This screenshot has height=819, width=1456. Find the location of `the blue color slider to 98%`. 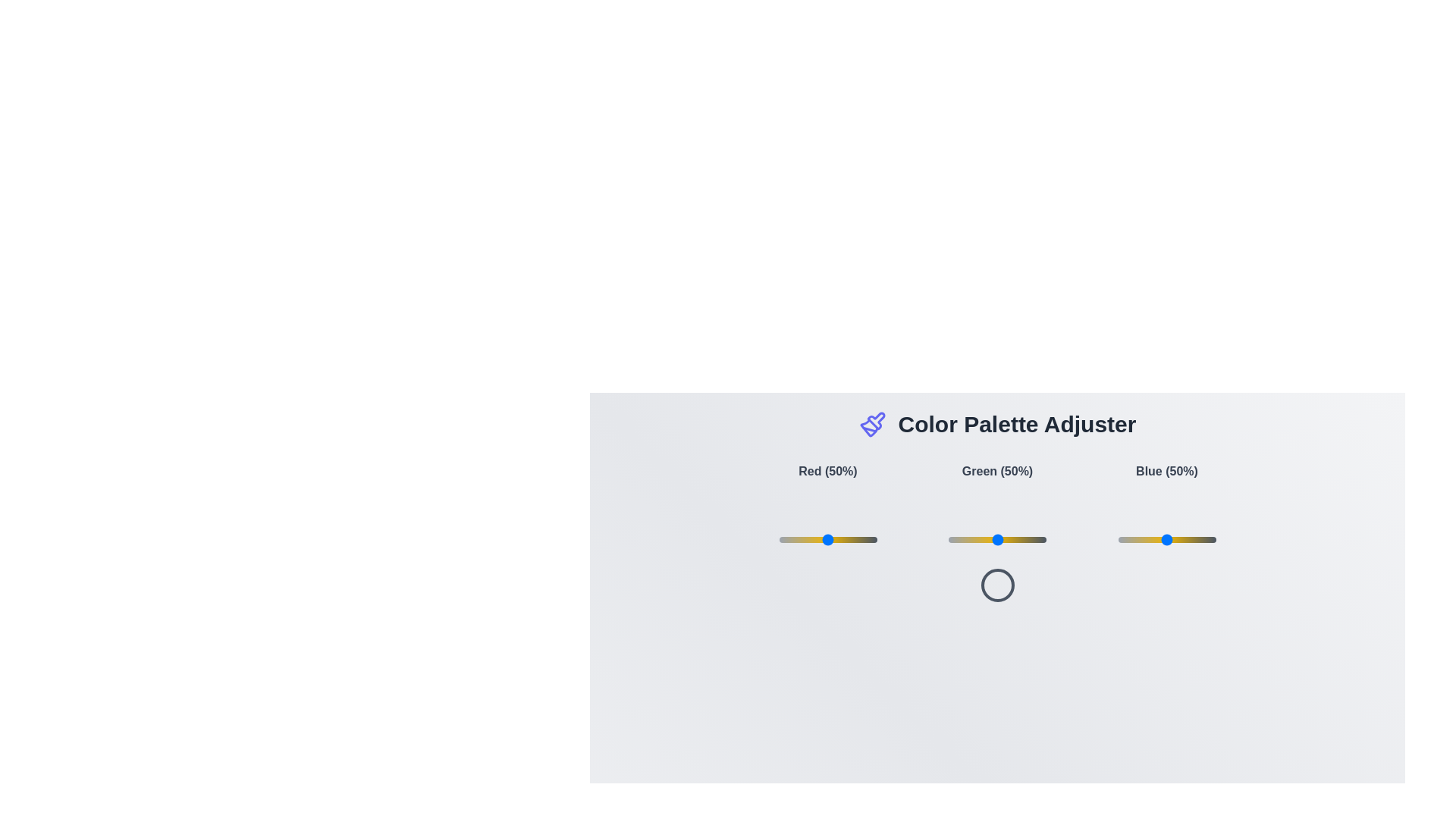

the blue color slider to 98% is located at coordinates (1213, 539).